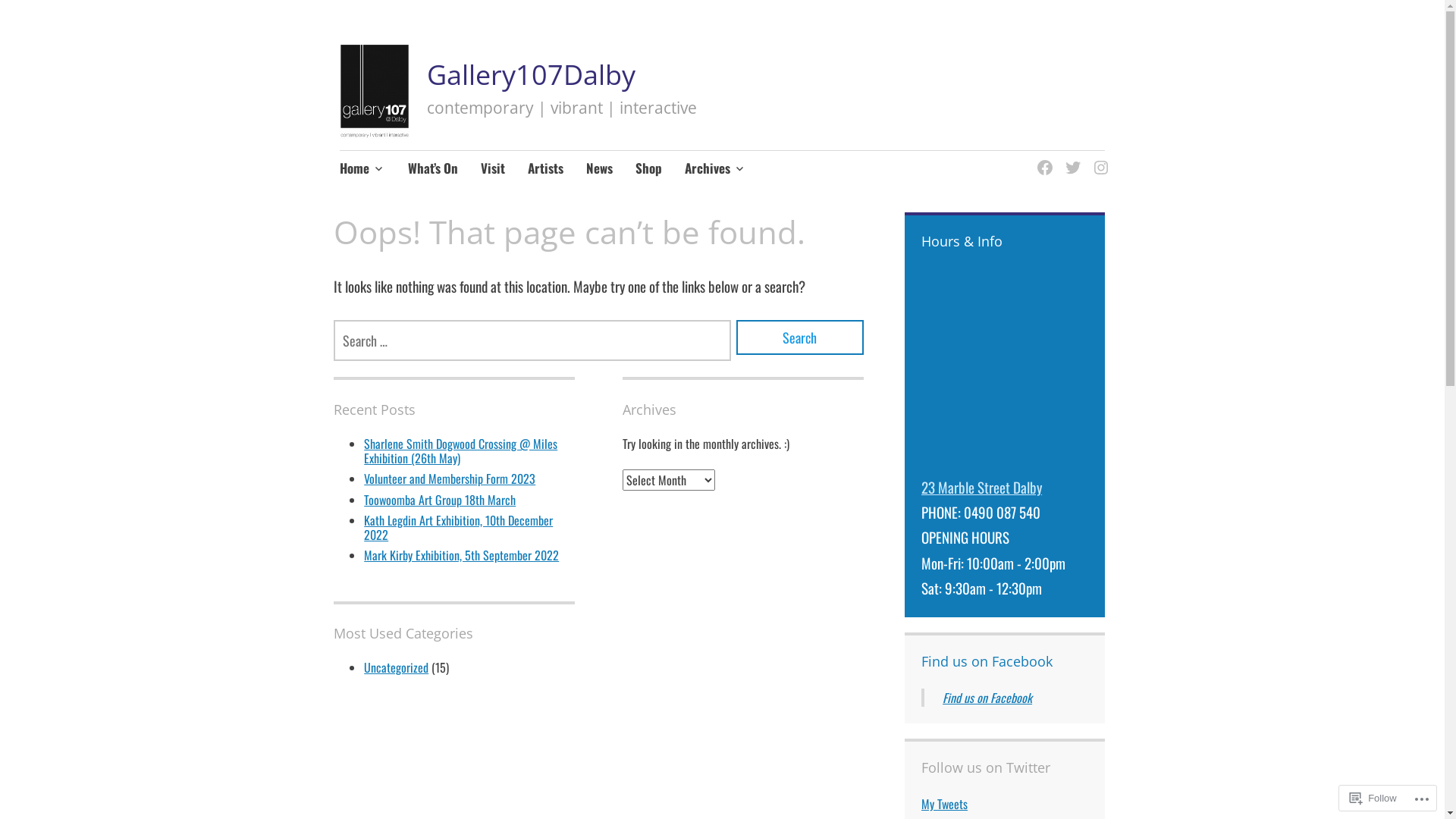  I want to click on 'Shop', so click(648, 169).